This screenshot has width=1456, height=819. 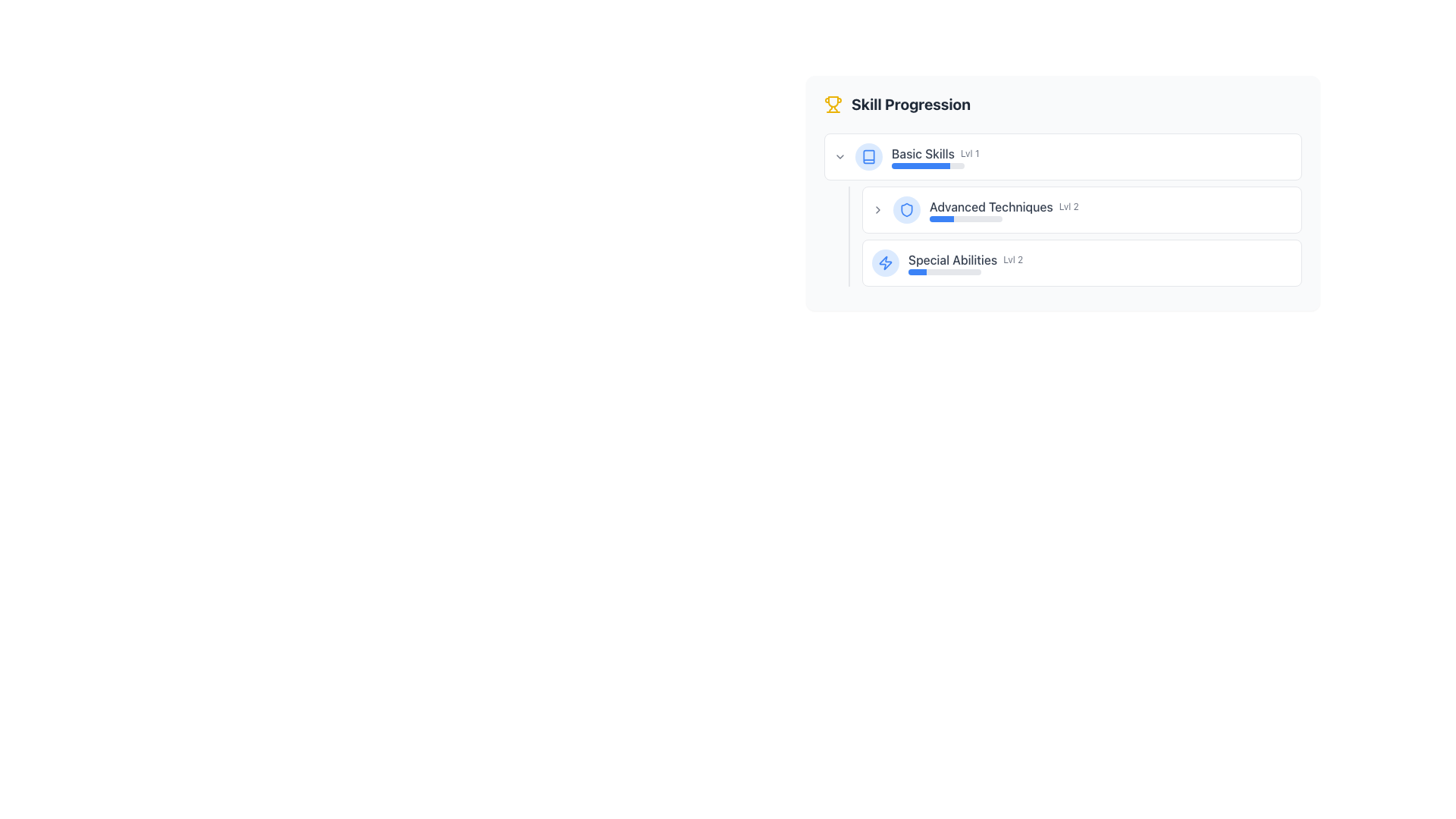 What do you see at coordinates (885, 262) in the screenshot?
I see `the energy icon represented by a lightning bolt symbol, located at the center of a circular light blue background on the right side of the interface` at bounding box center [885, 262].